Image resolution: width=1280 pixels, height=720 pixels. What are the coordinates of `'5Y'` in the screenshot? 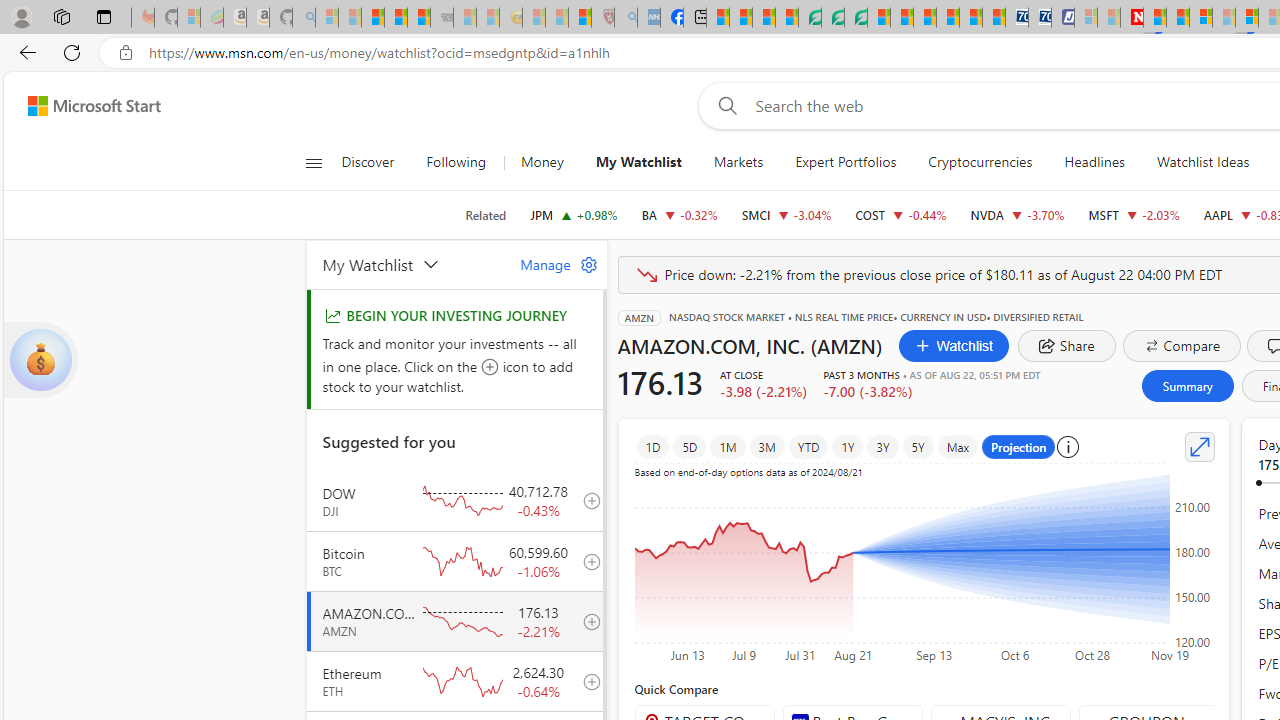 It's located at (917, 446).